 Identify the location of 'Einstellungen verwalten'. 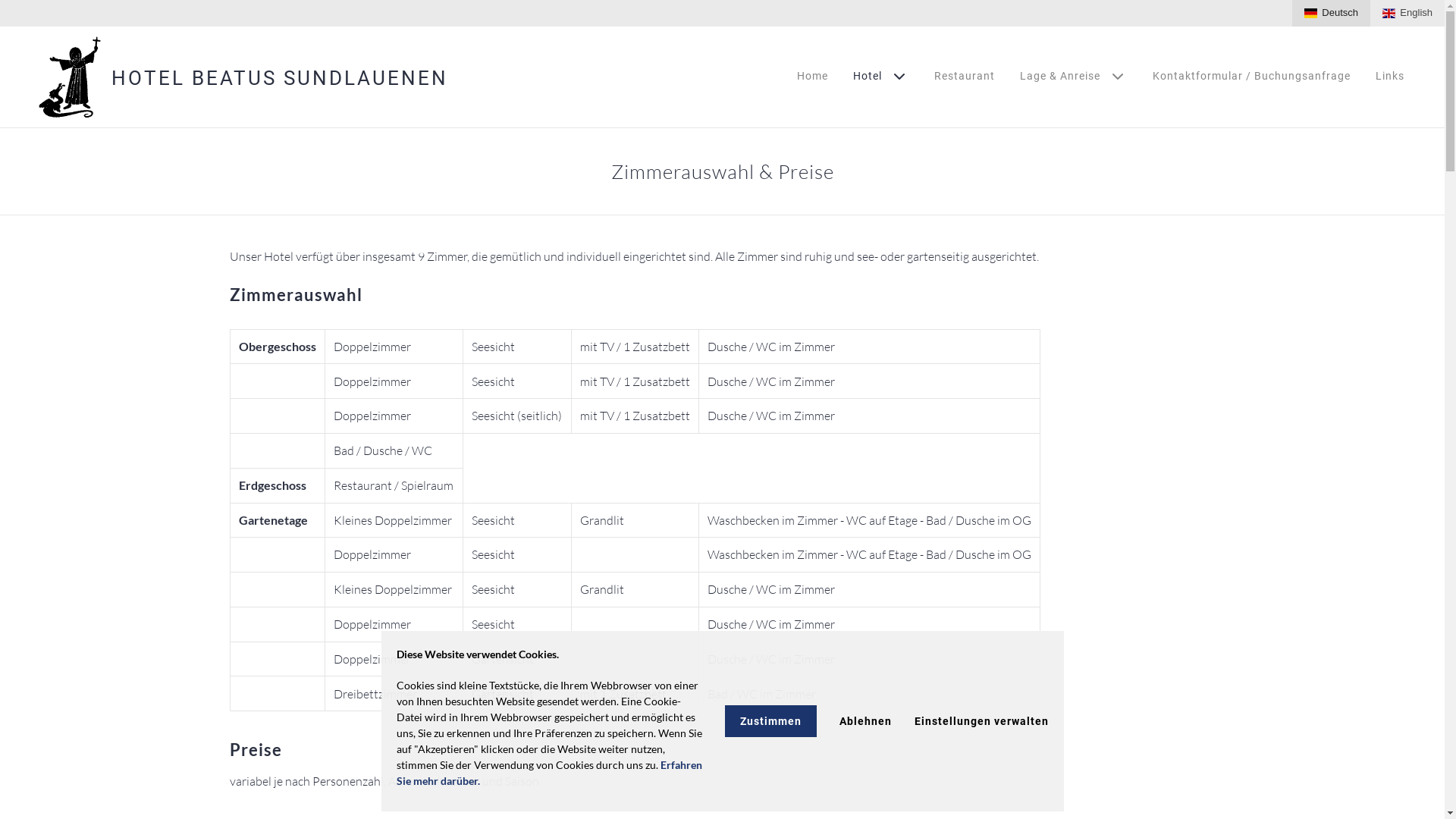
(981, 720).